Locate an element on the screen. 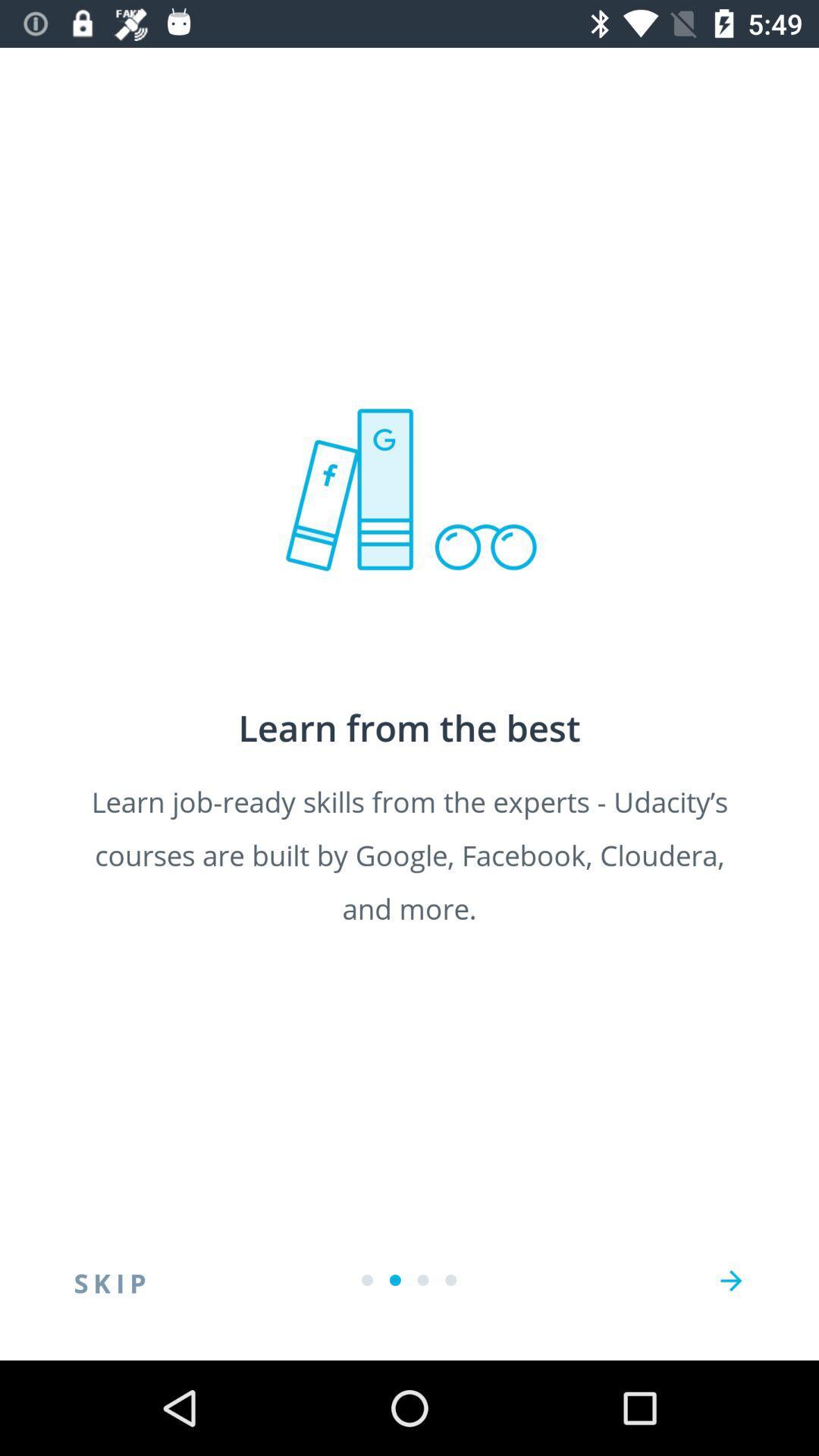 The height and width of the screenshot is (1456, 819). skip is located at coordinates (109, 1280).